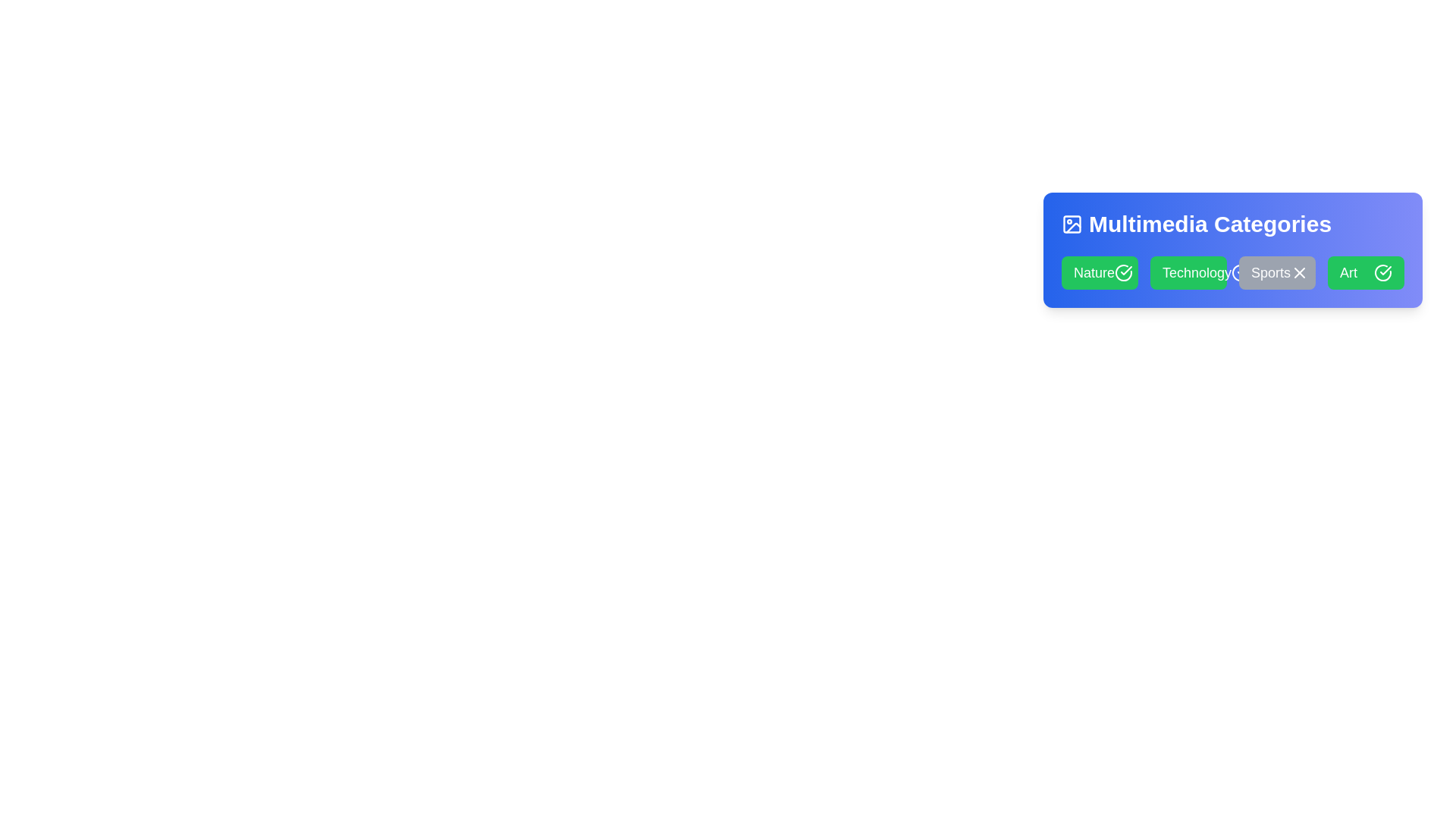 This screenshot has height=819, width=1456. I want to click on the checkmark icon on the green 'Technology' button, so click(1241, 271).